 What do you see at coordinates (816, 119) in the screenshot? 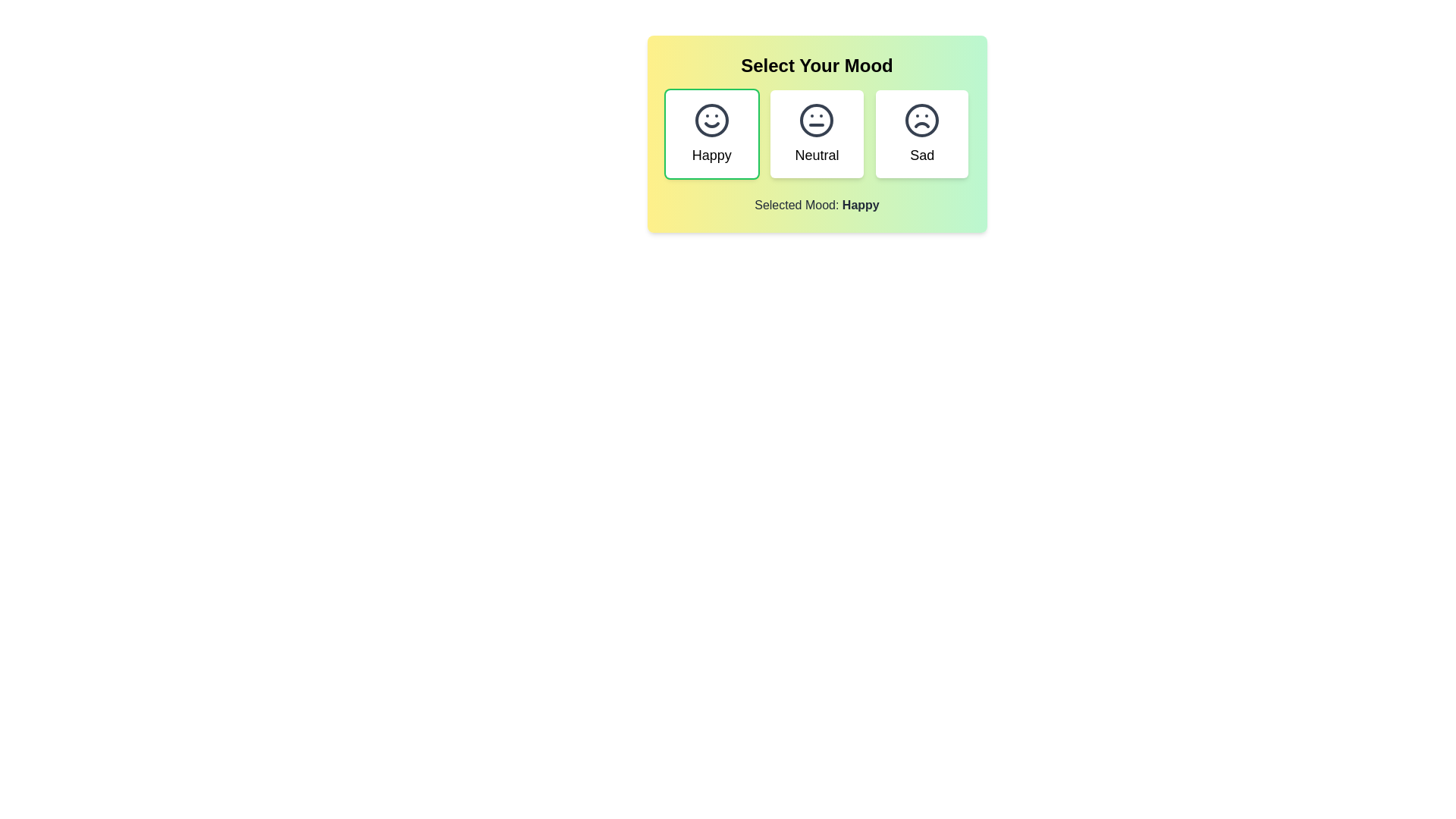
I see `around the circular icon that is part of the 'Neutral' mood icon, positioned centrally in the layout` at bounding box center [816, 119].